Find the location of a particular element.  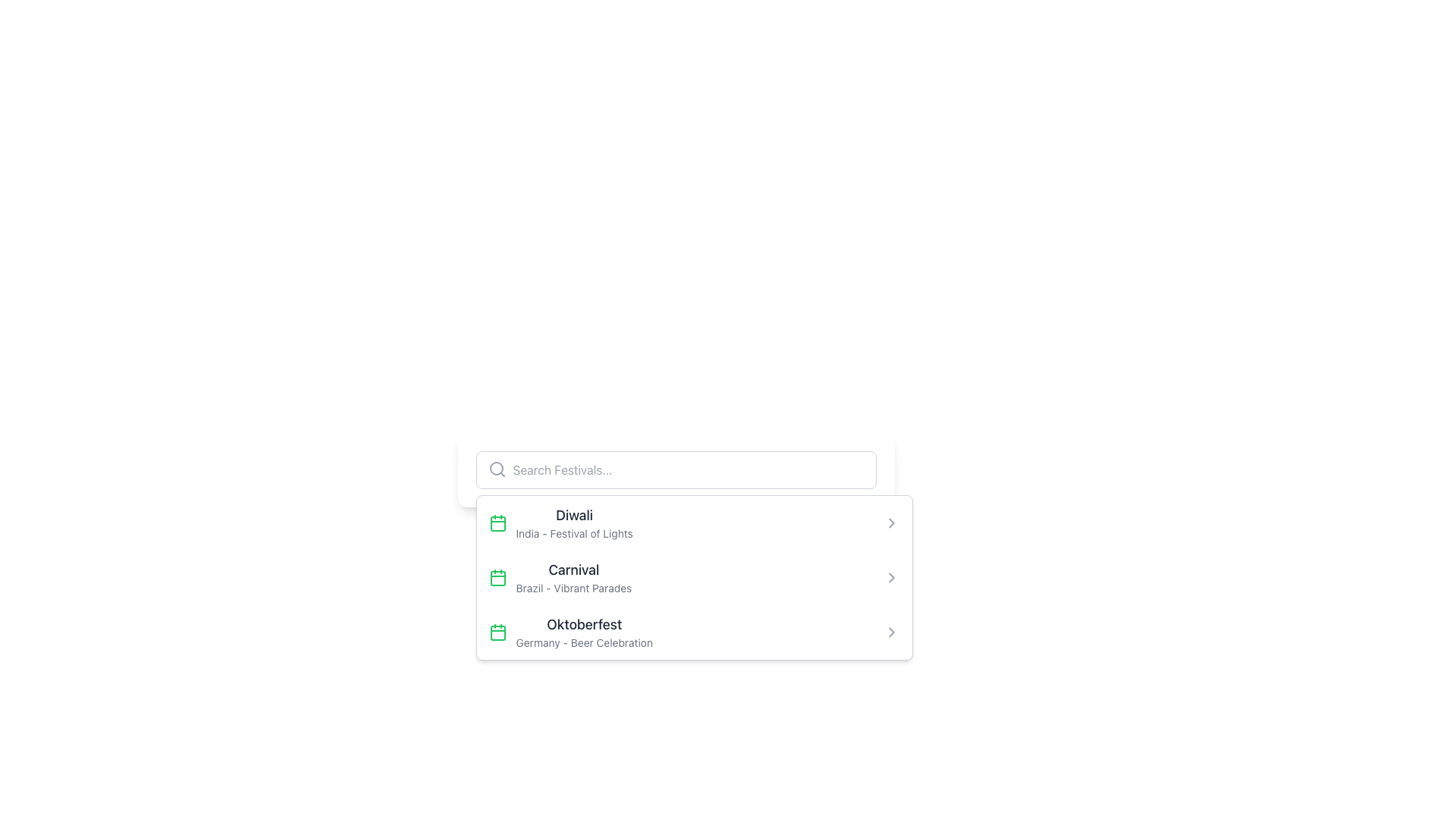

the calendar icon with a green outline, located in the second row between 'Diwali' and 'Oktoberfest', to interact with the associated event information is located at coordinates (497, 578).